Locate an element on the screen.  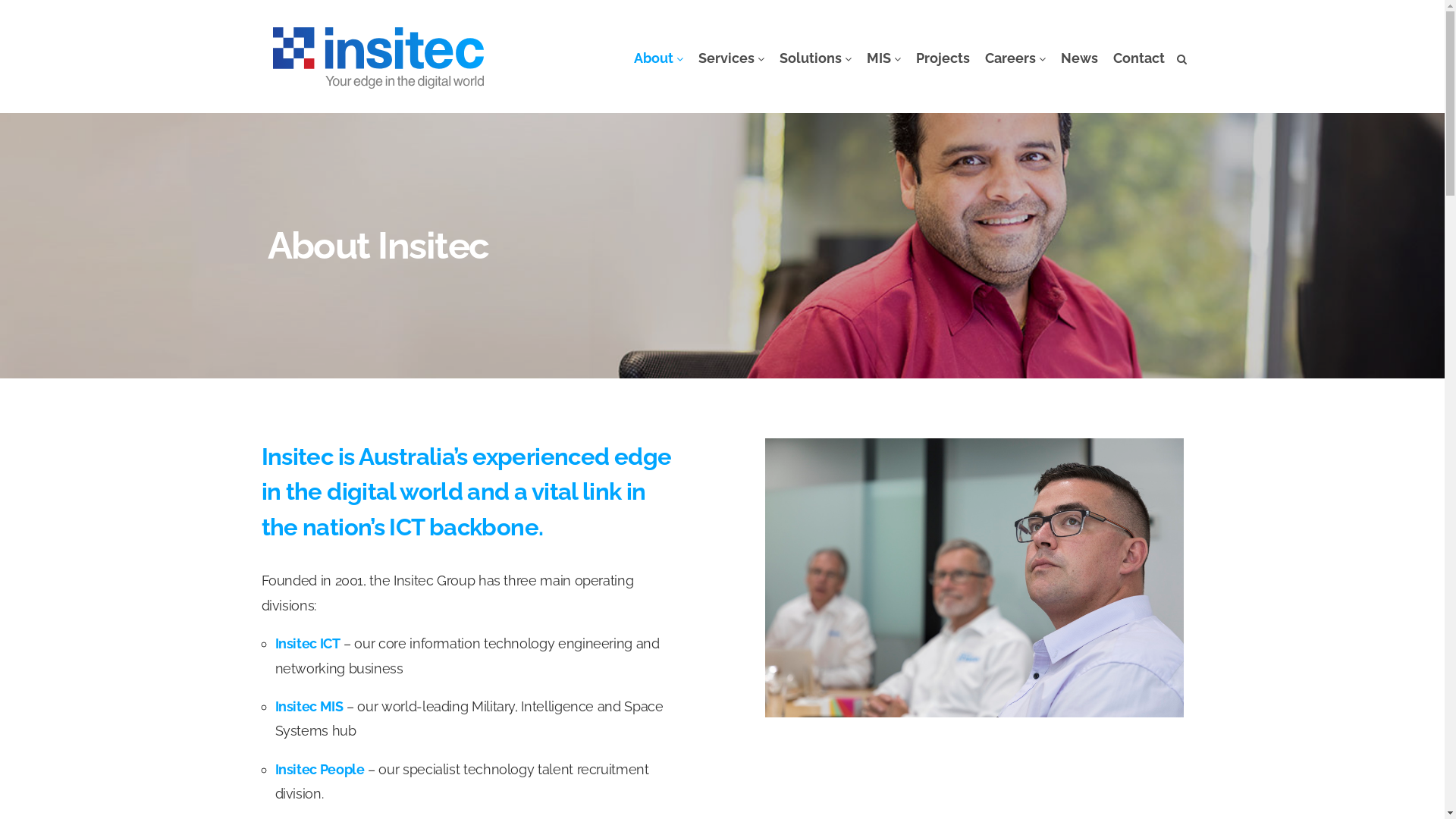
'Insitec People' is located at coordinates (318, 769).